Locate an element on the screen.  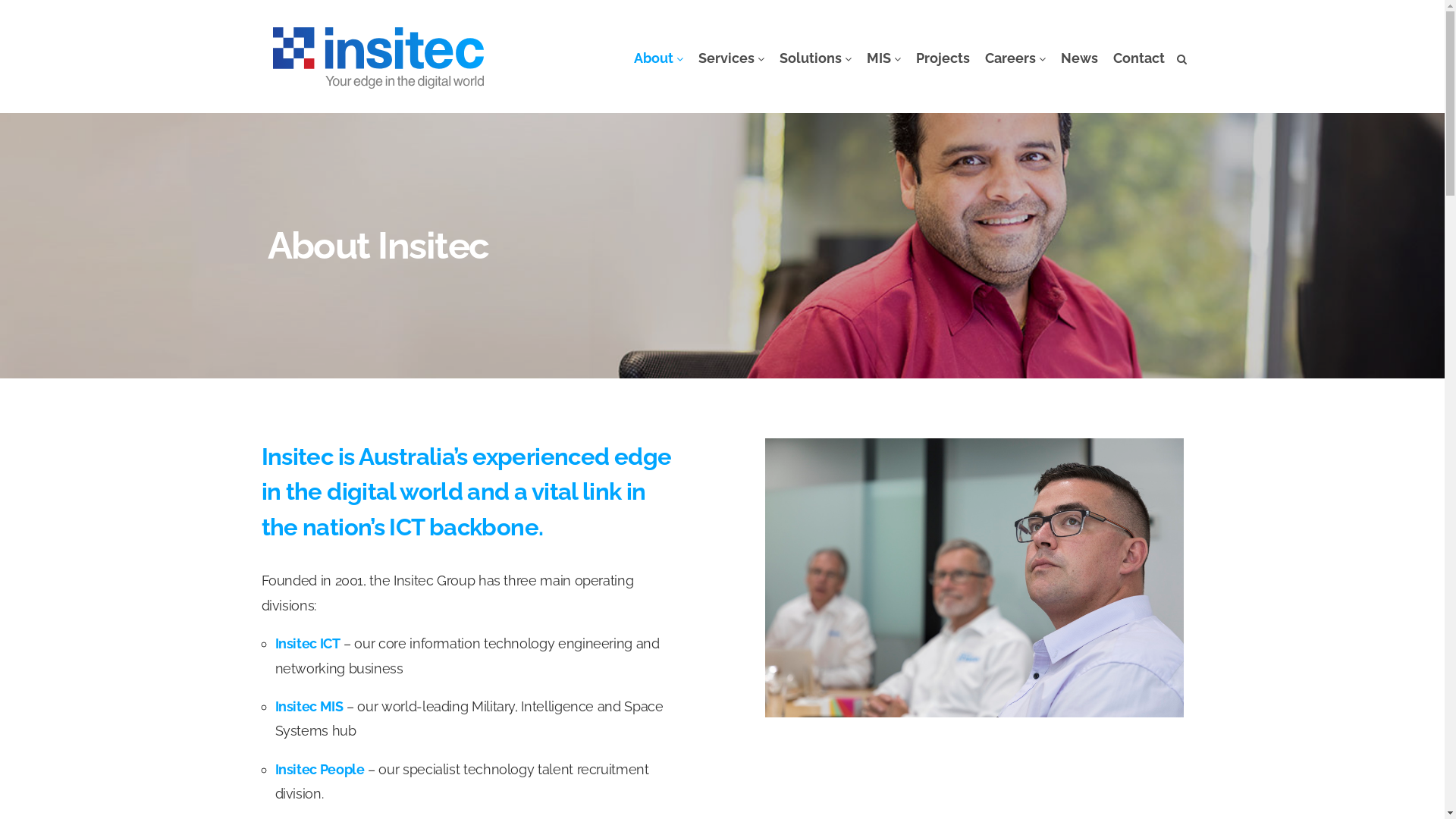
'Insitec People' is located at coordinates (318, 769).